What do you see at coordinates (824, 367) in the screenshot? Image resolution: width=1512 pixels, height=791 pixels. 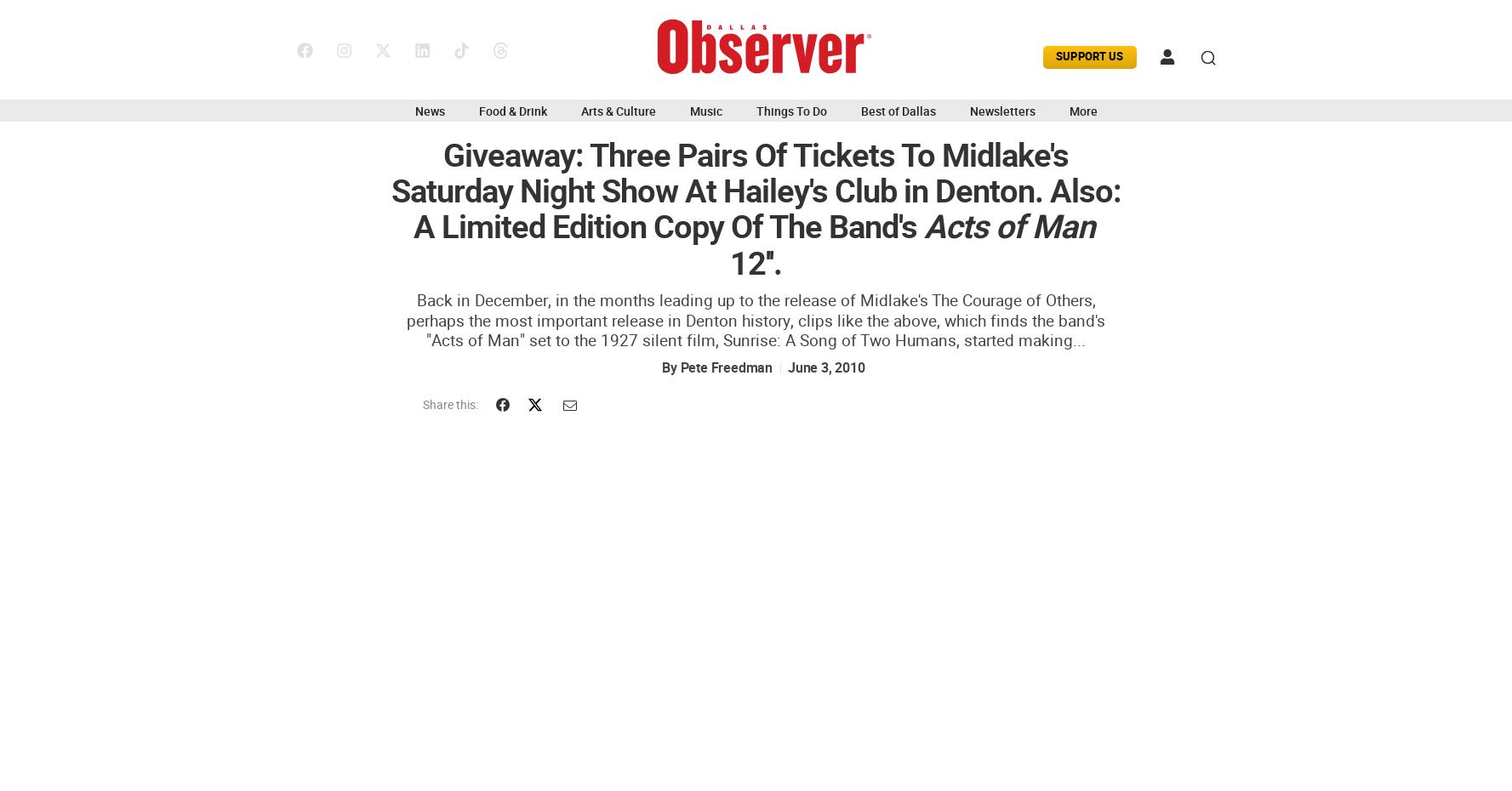 I see `'June 3, 2010'` at bounding box center [824, 367].